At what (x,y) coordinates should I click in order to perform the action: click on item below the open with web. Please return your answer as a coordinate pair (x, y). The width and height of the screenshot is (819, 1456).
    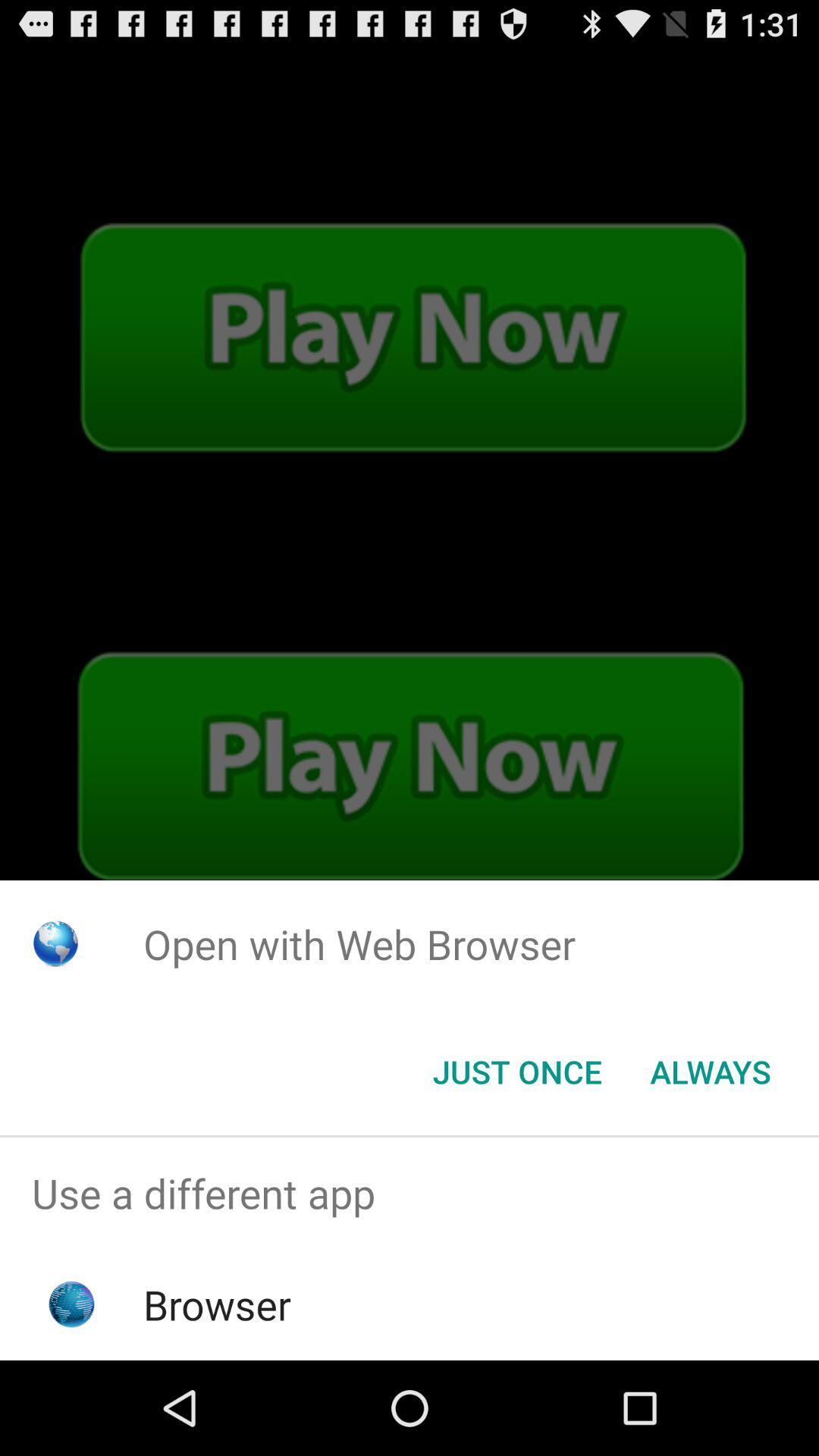
    Looking at the image, I should click on (711, 1070).